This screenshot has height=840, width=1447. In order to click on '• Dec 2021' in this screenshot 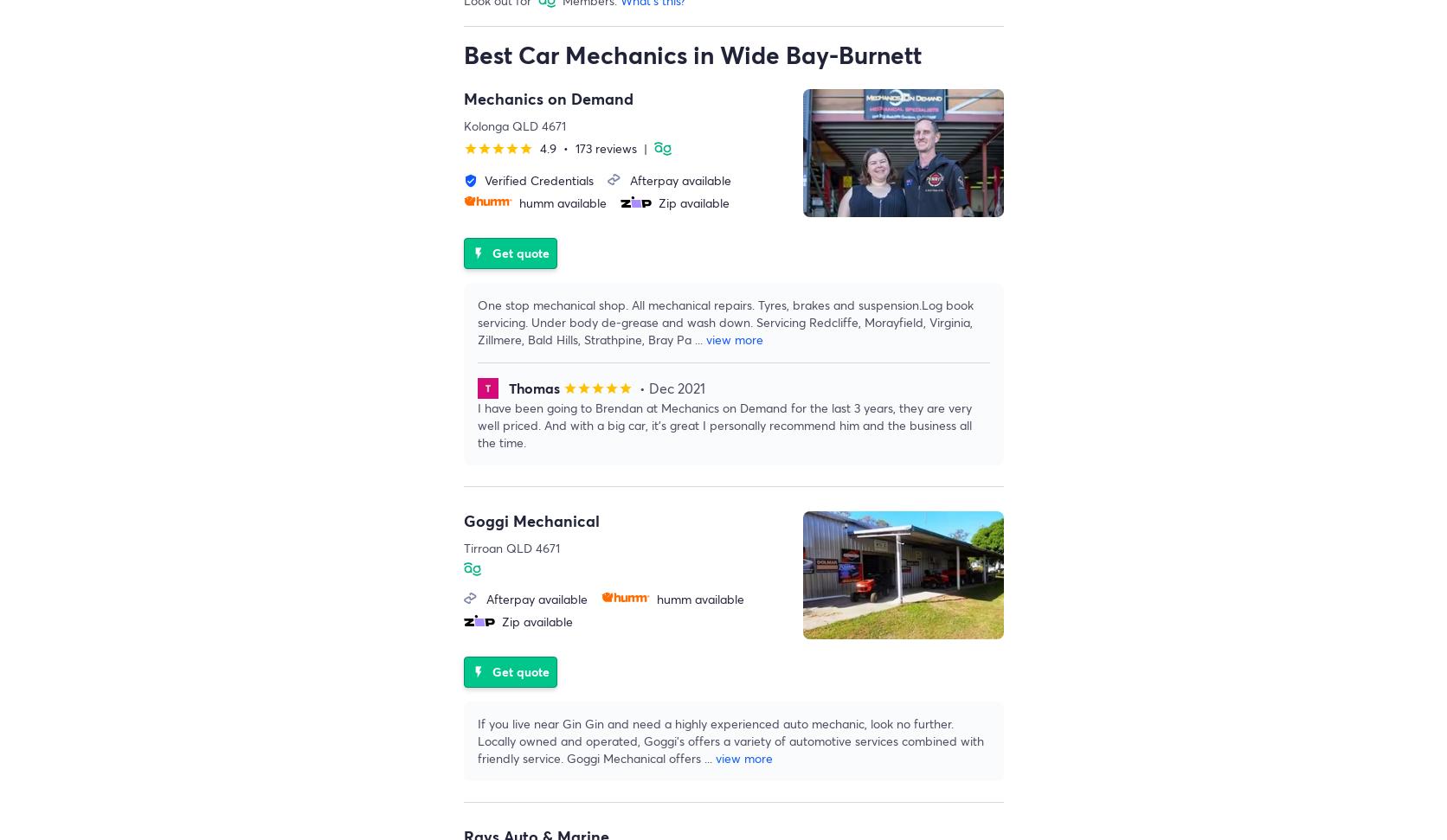, I will do `click(671, 388)`.